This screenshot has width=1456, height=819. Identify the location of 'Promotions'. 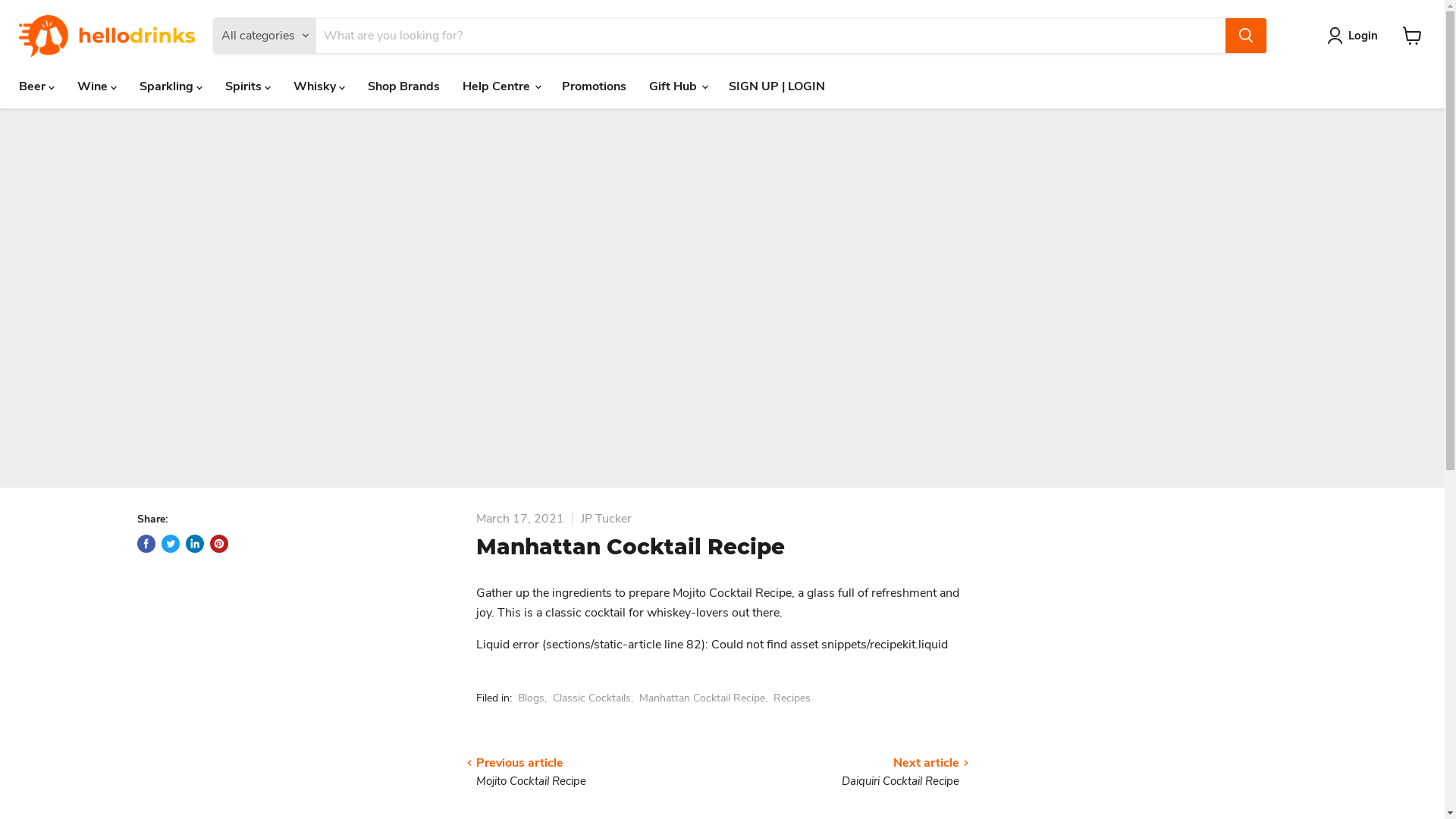
(593, 86).